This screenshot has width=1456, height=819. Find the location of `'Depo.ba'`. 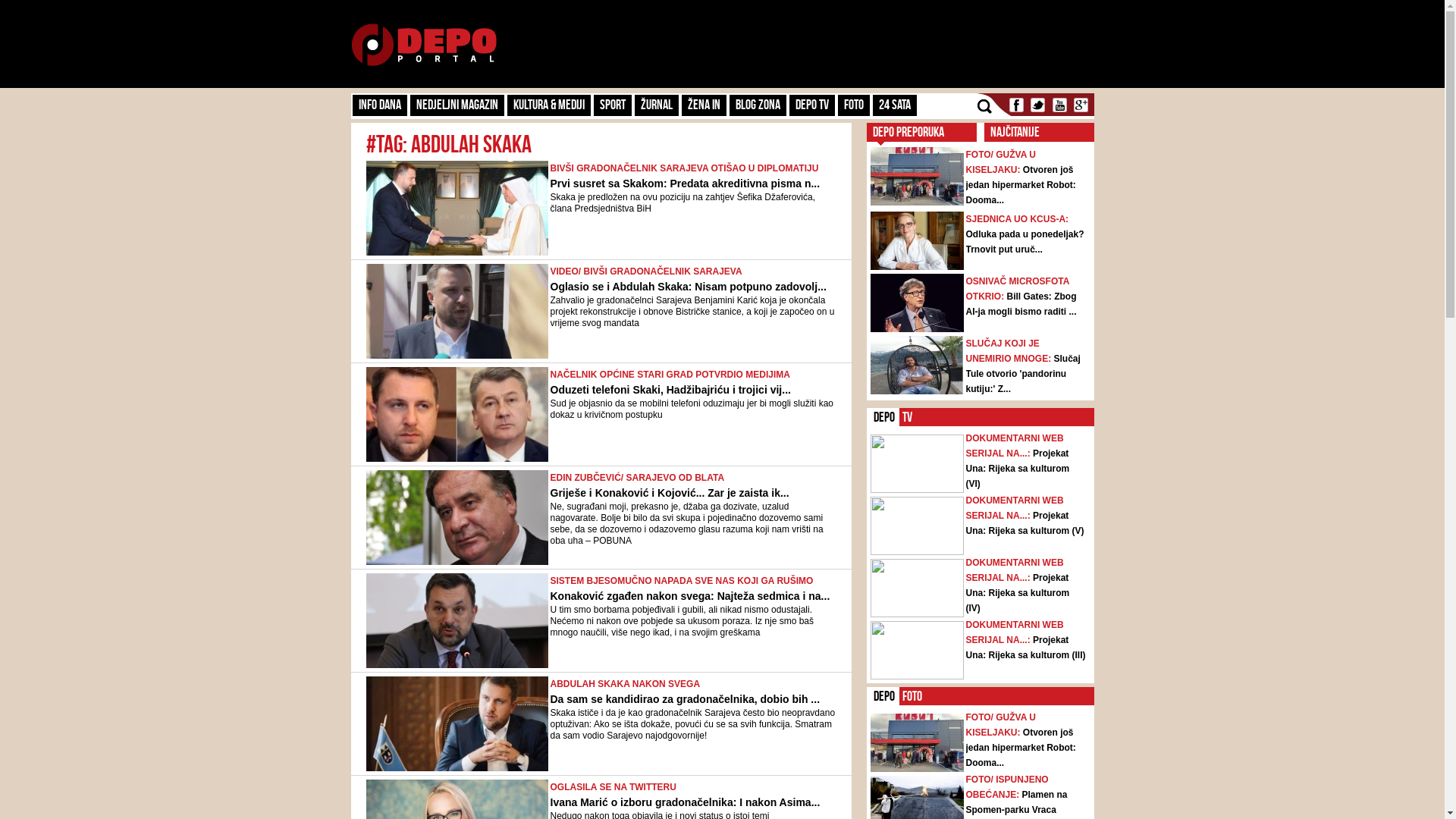

'Depo.ba' is located at coordinates (423, 44).